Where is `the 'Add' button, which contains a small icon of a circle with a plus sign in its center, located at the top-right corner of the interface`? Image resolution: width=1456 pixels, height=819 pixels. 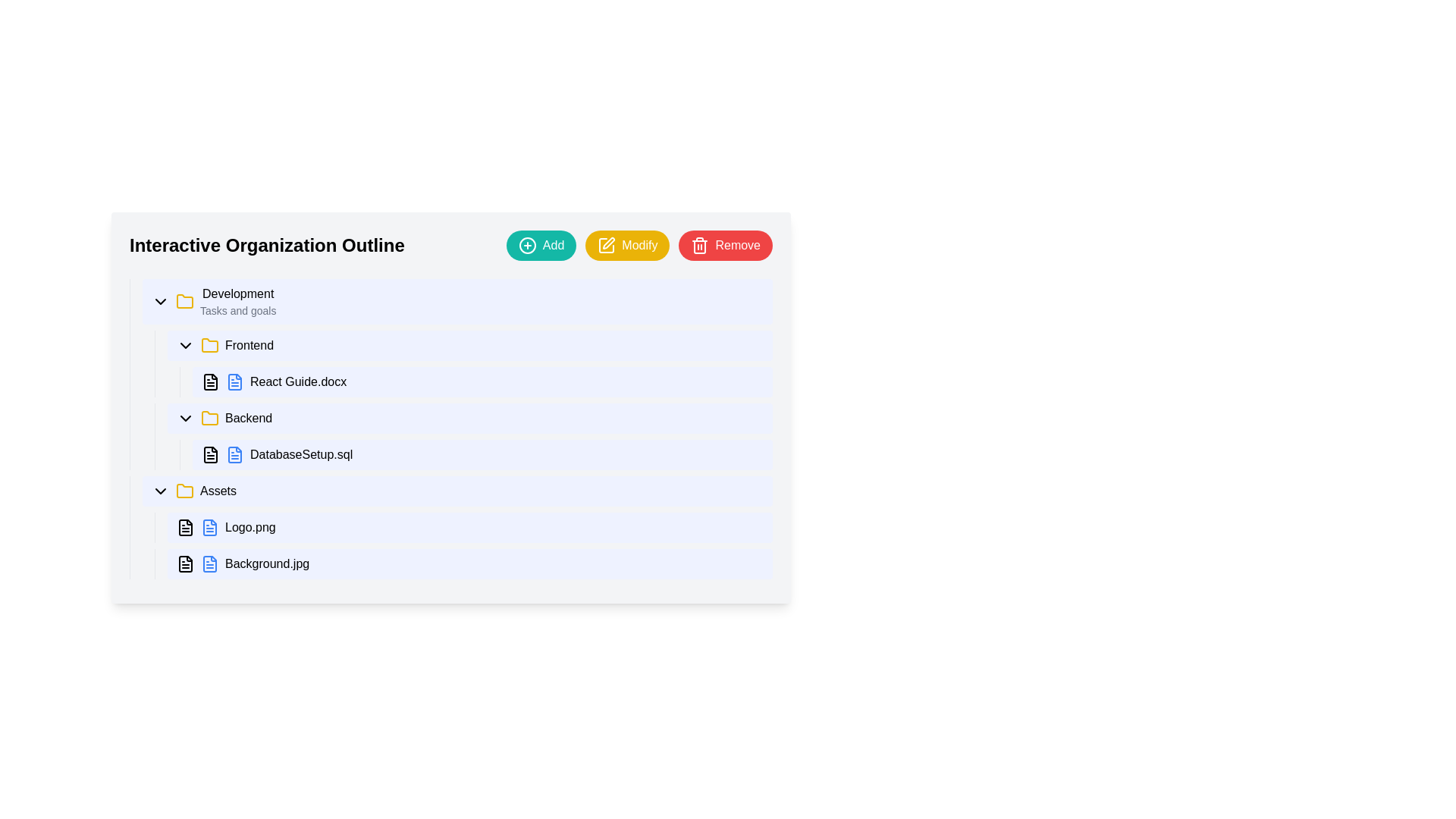
the 'Add' button, which contains a small icon of a circle with a plus sign in its center, located at the top-right corner of the interface is located at coordinates (527, 245).